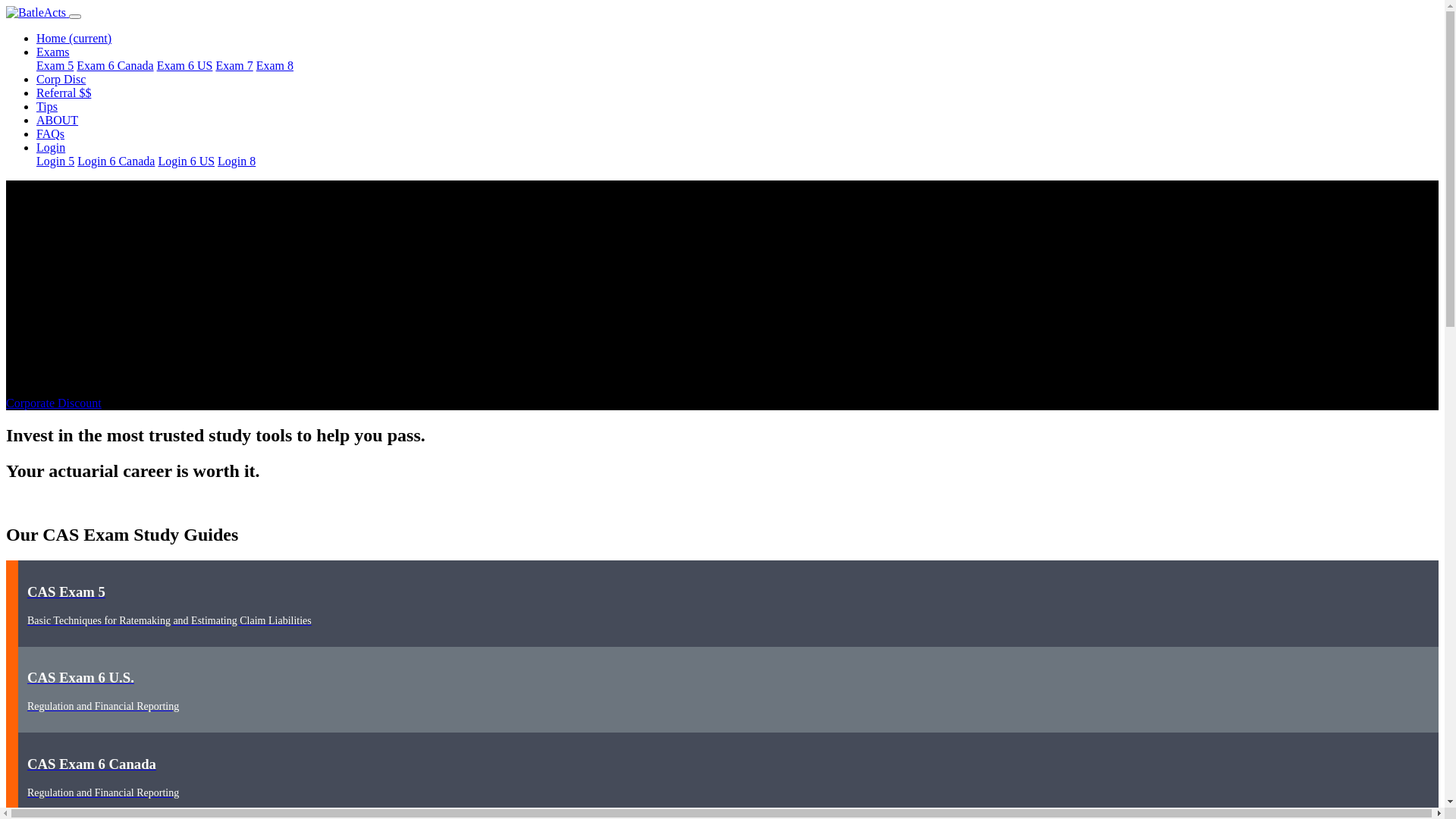  Describe the element at coordinates (184, 64) in the screenshot. I see `'Exam 6 US'` at that location.